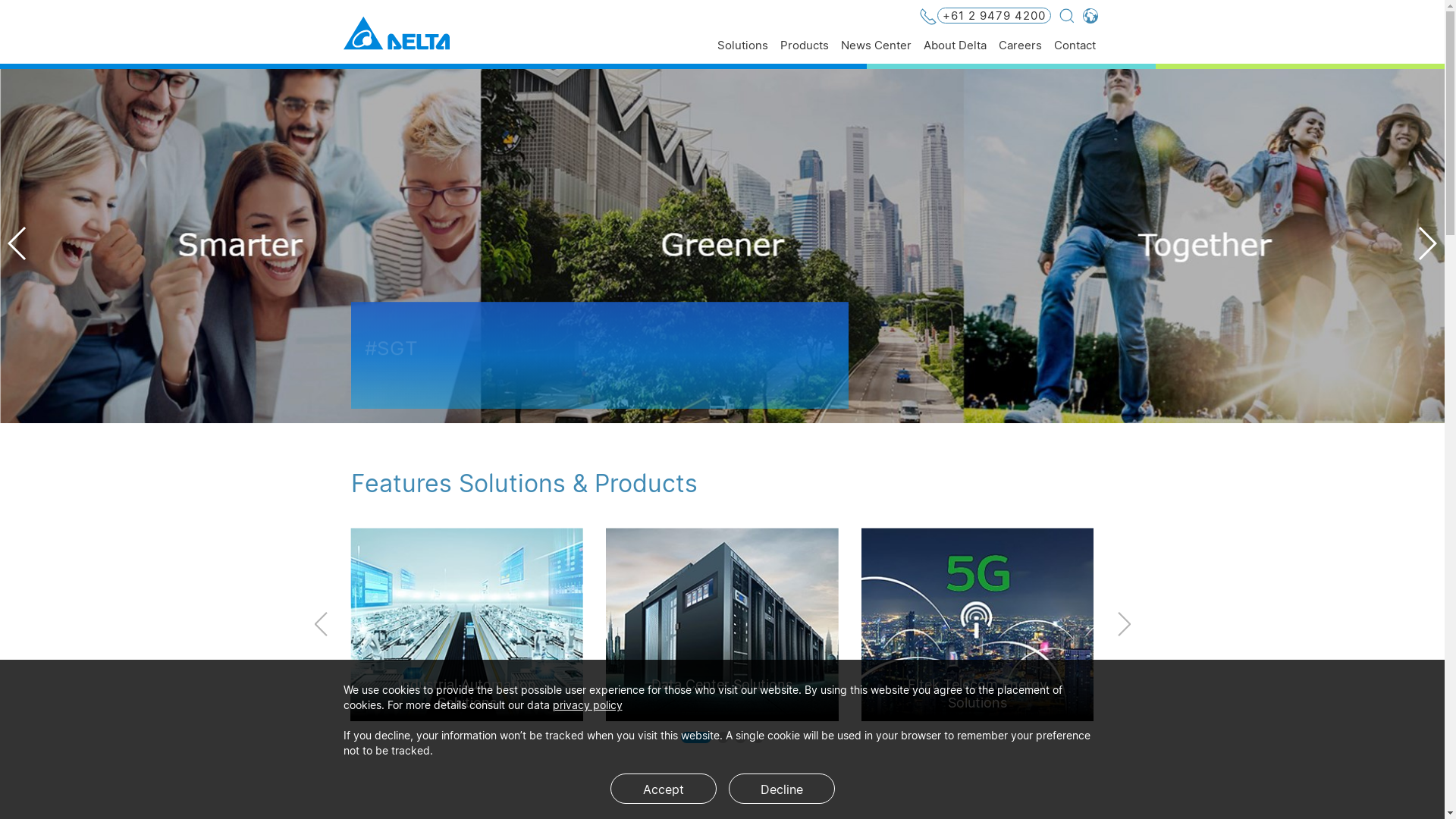 Image resolution: width=1456 pixels, height=819 pixels. Describe the element at coordinates (992, 51) in the screenshot. I see `'Careers'` at that location.